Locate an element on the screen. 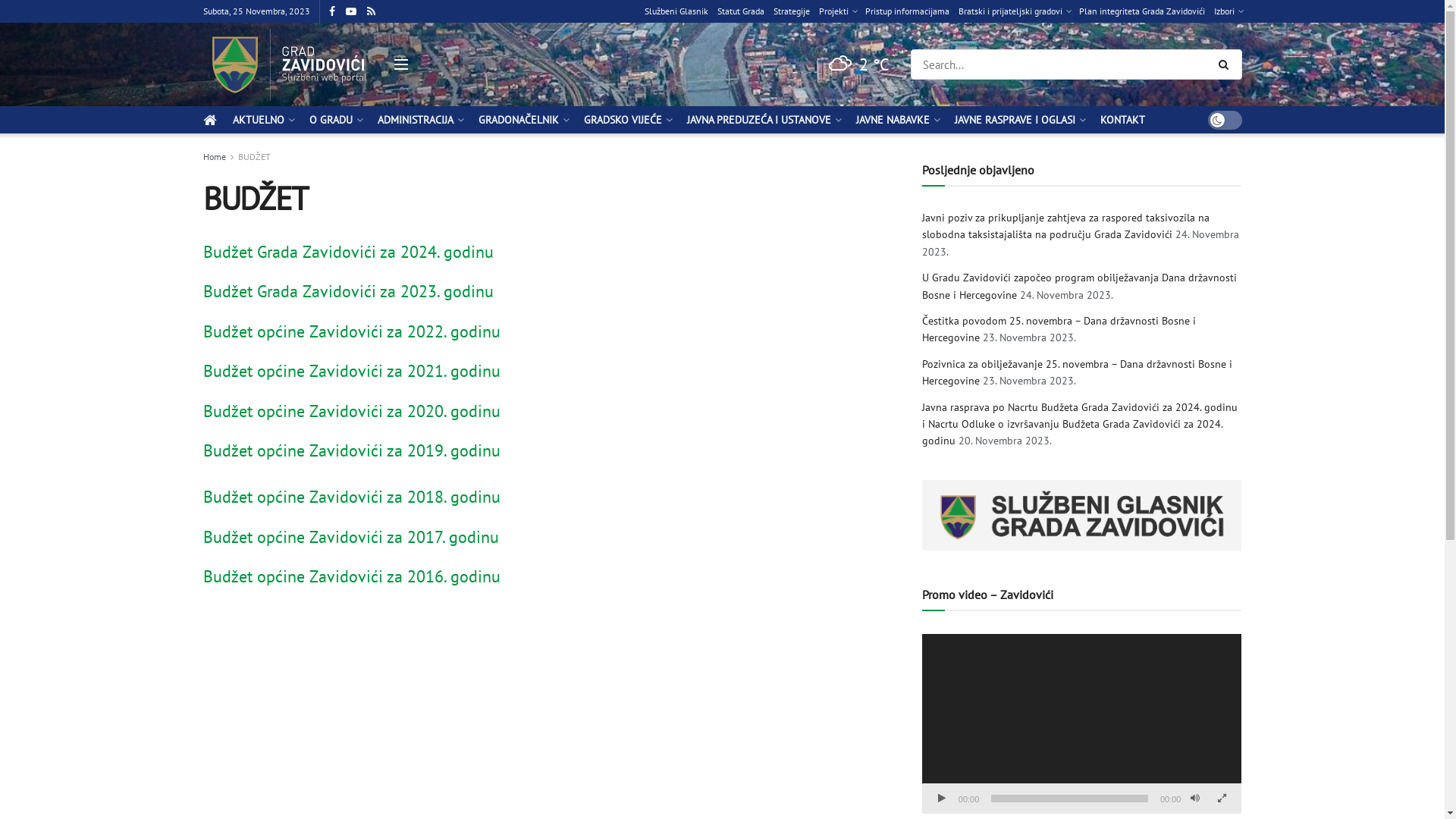  'O GRADU' is located at coordinates (334, 119).